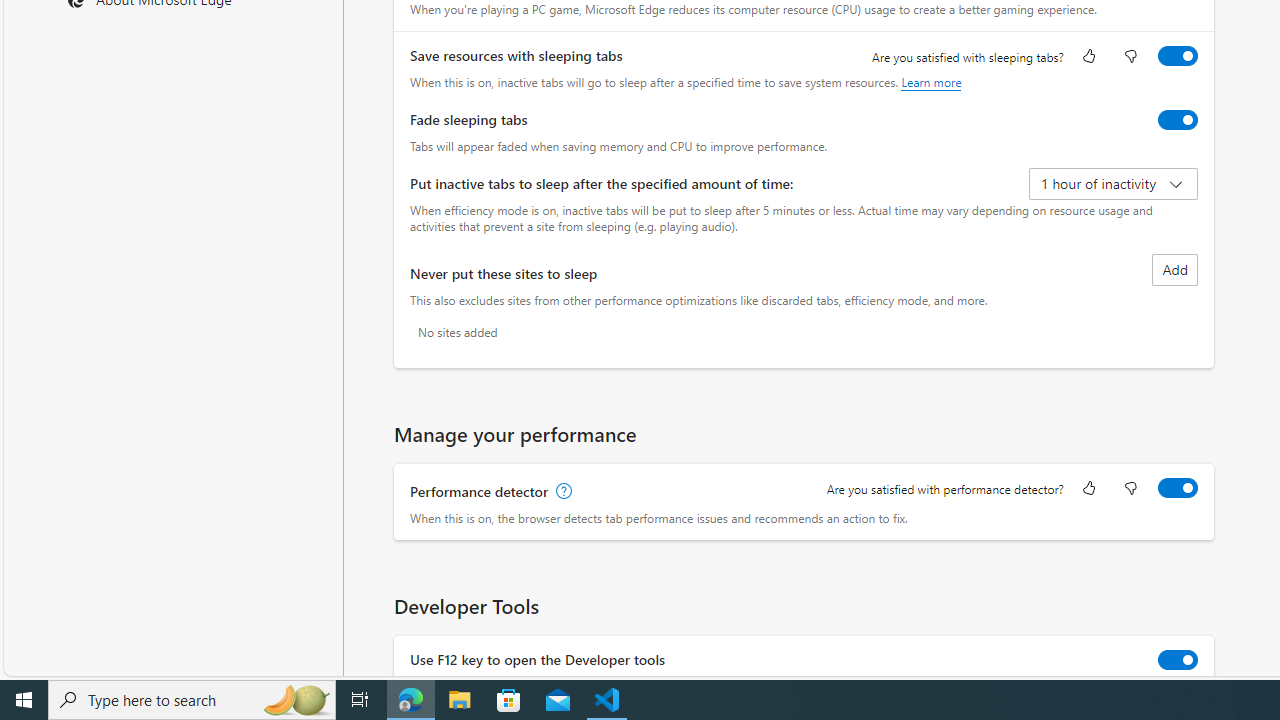  Describe the element at coordinates (1178, 488) in the screenshot. I see `'Performance detector'` at that location.